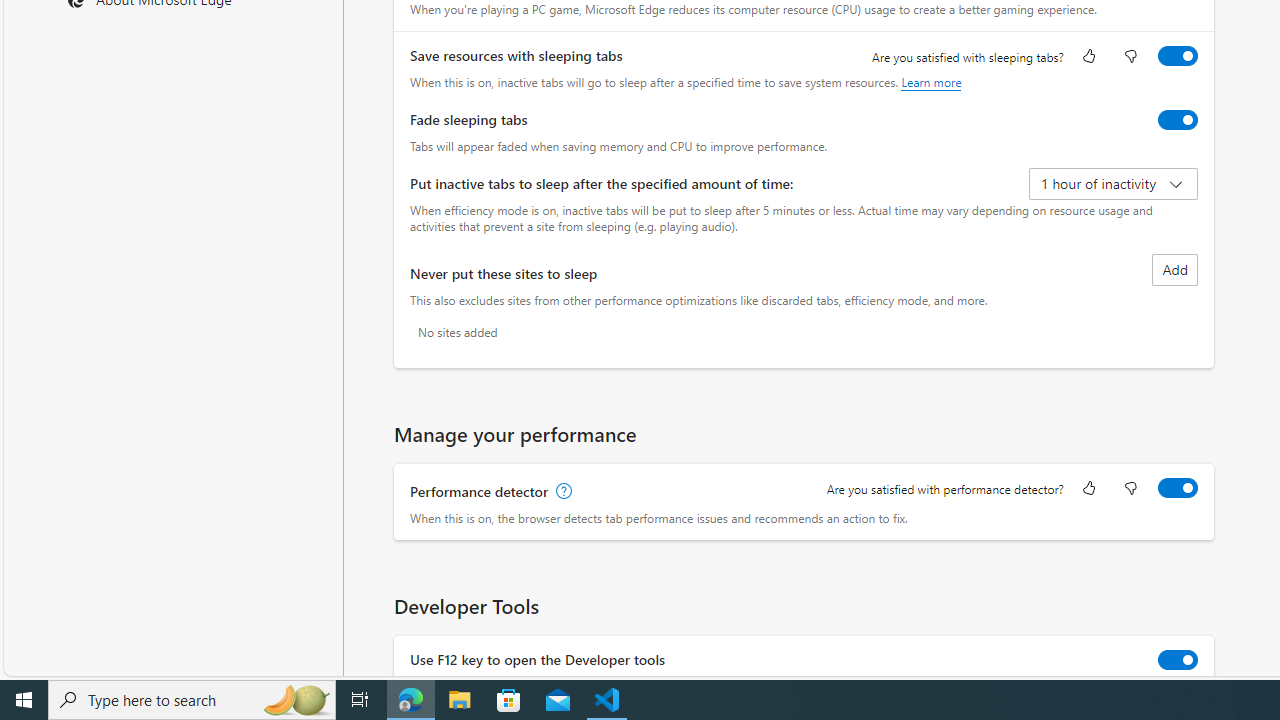  Describe the element at coordinates (1178, 488) in the screenshot. I see `'Performance detector'` at that location.